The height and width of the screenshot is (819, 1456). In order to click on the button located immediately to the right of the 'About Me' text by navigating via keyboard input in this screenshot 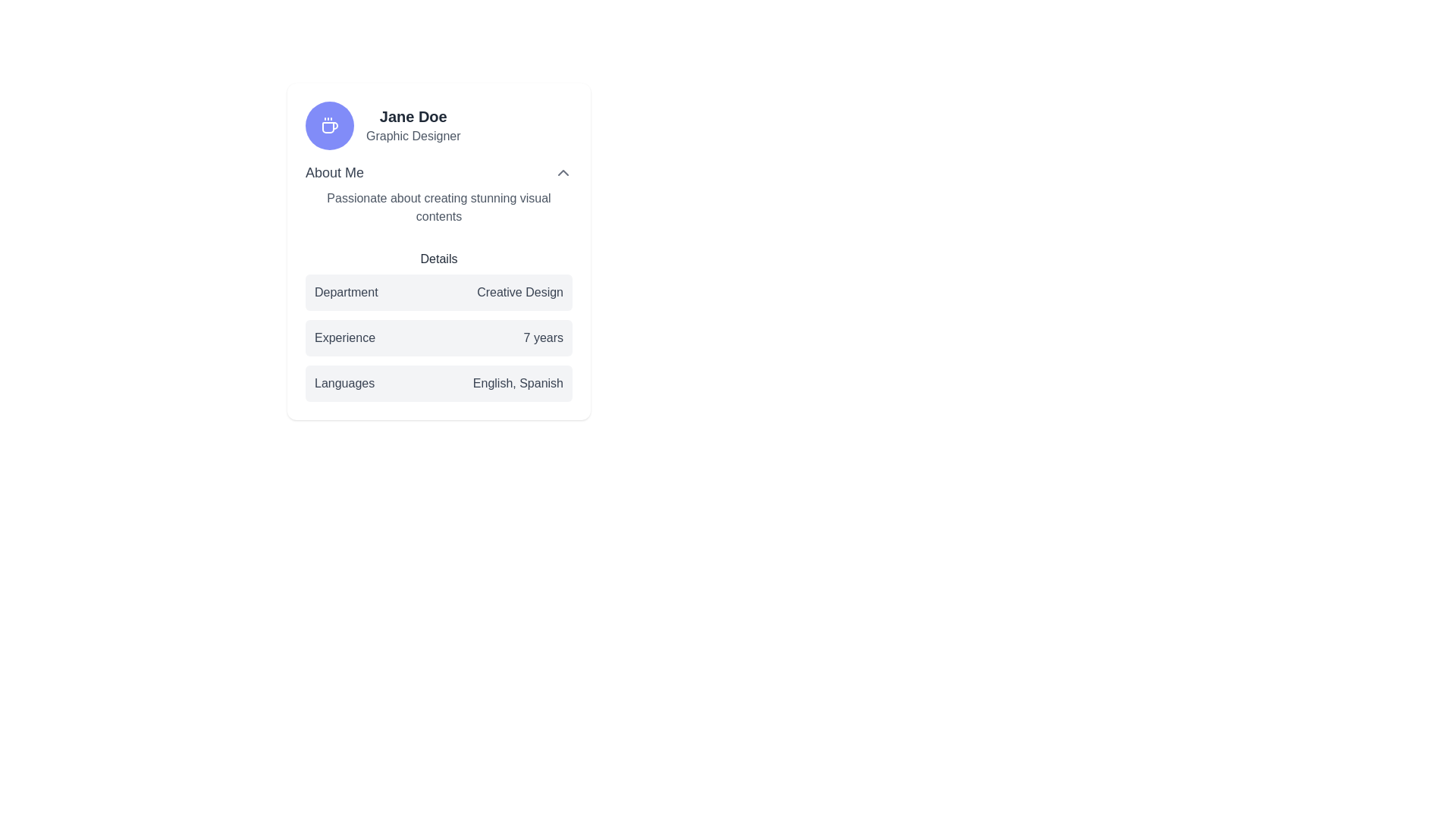, I will do `click(563, 171)`.